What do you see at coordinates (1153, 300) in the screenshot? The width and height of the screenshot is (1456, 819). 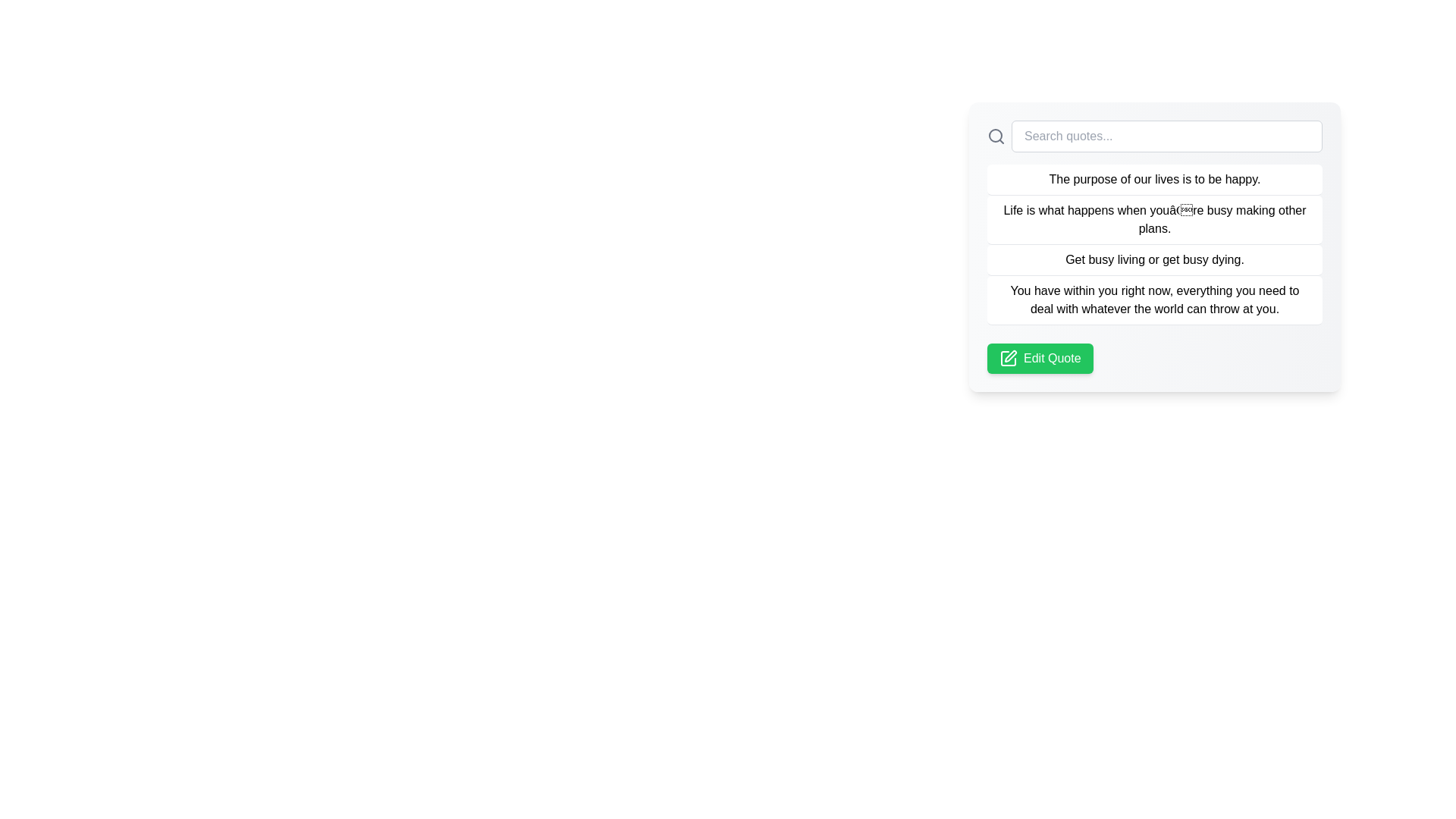 I see `the Text display block element that contains the quote: 'You have within you right now, everything you need to deal with whatever the world can throw at you.'` at bounding box center [1153, 300].